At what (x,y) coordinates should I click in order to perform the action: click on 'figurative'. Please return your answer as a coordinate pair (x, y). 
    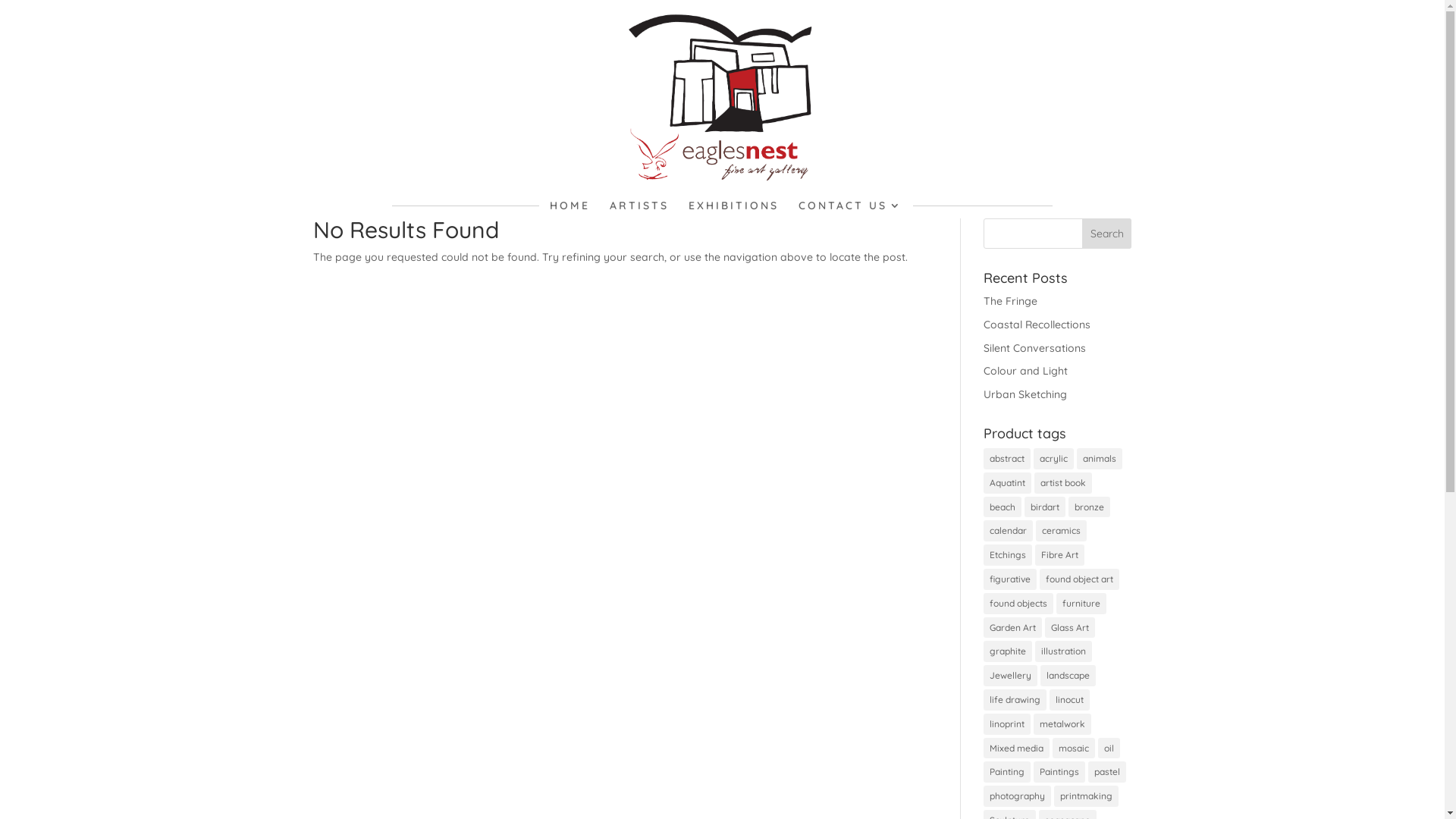
    Looking at the image, I should click on (1010, 579).